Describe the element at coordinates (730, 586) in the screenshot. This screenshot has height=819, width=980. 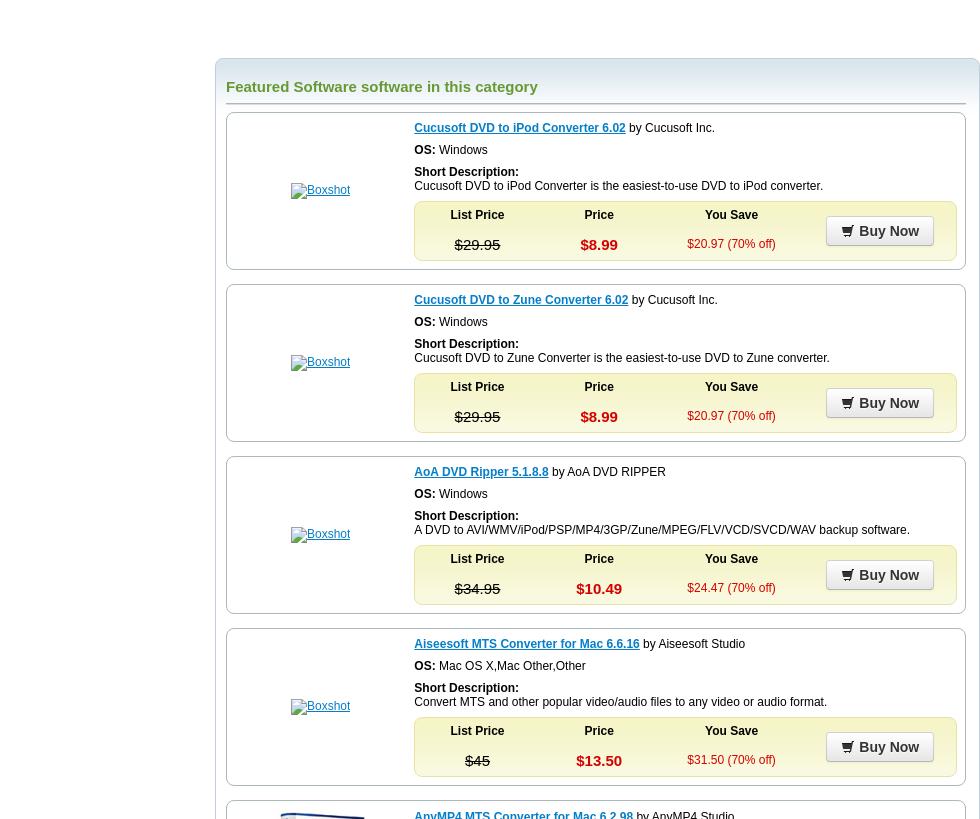
I see `'$24.47 (70% off)'` at that location.